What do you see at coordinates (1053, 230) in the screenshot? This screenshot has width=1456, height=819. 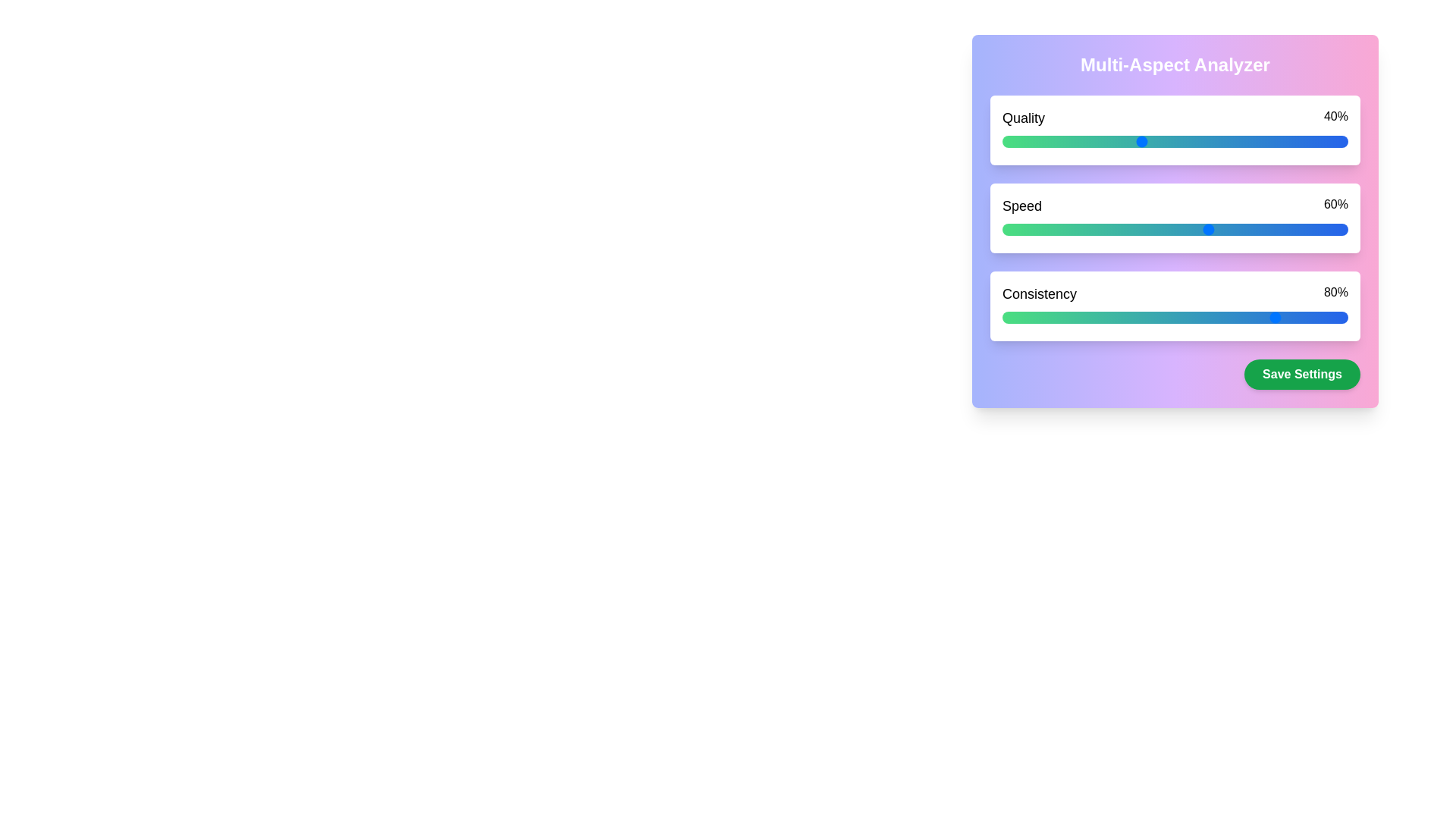 I see `the speed value` at bounding box center [1053, 230].